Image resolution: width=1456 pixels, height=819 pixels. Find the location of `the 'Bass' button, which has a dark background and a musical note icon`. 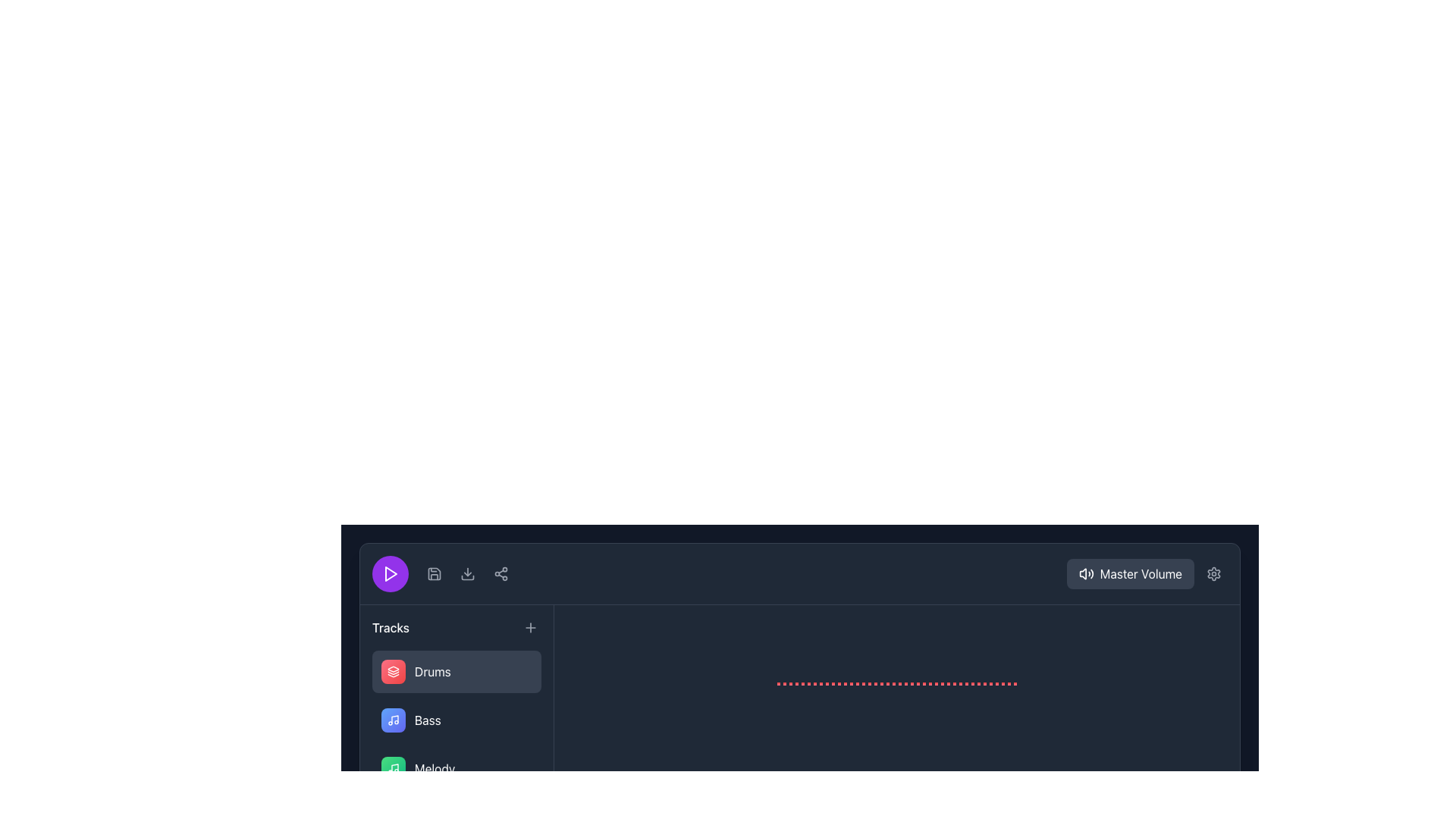

the 'Bass' button, which has a dark background and a musical note icon is located at coordinates (456, 719).